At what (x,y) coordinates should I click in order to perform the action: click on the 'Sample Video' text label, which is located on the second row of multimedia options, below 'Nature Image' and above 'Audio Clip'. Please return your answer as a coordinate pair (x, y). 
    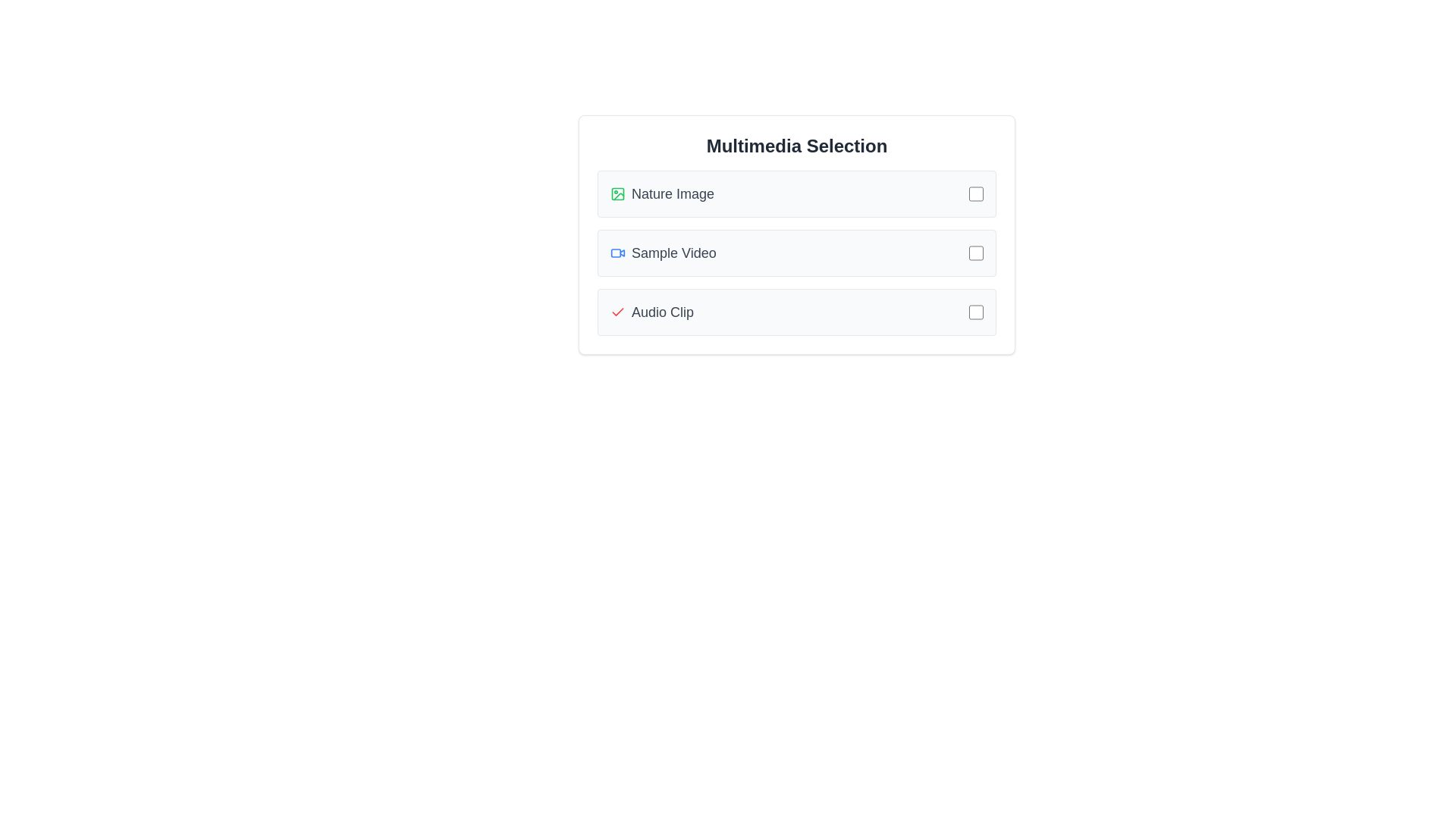
    Looking at the image, I should click on (673, 253).